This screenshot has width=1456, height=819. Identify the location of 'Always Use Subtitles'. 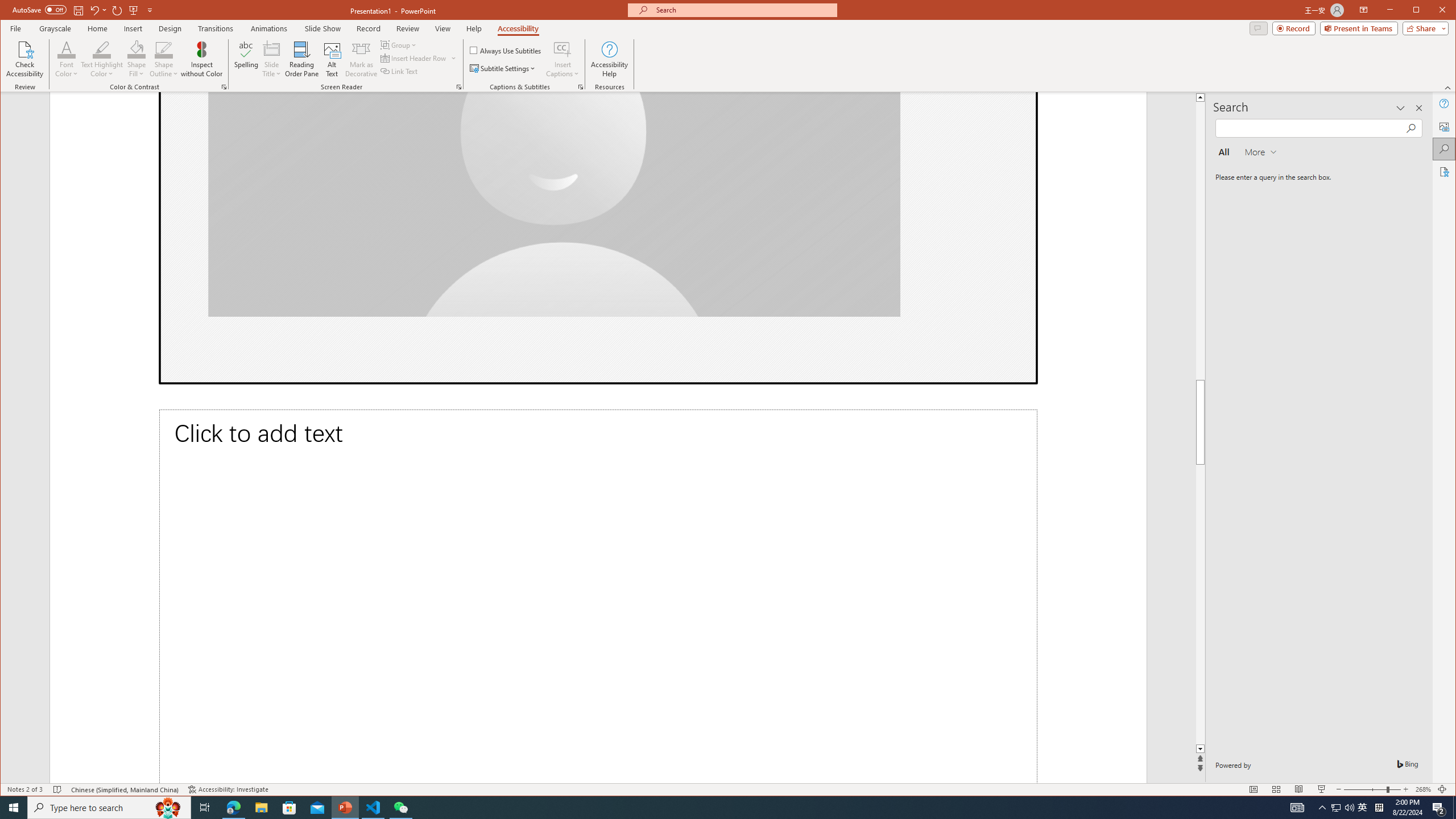
(505, 49).